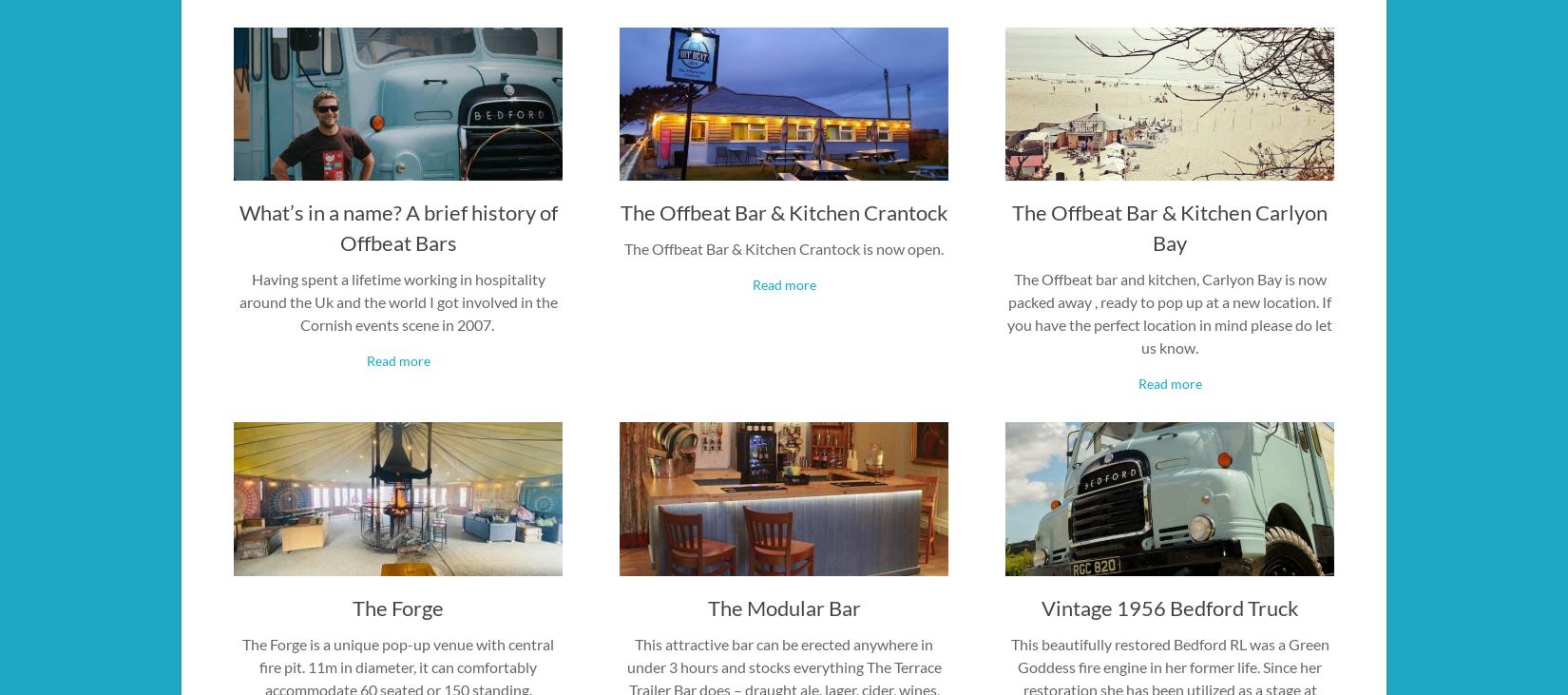  I want to click on 'The Offbeat Bar & Kitchen Crantock is now open.', so click(784, 247).